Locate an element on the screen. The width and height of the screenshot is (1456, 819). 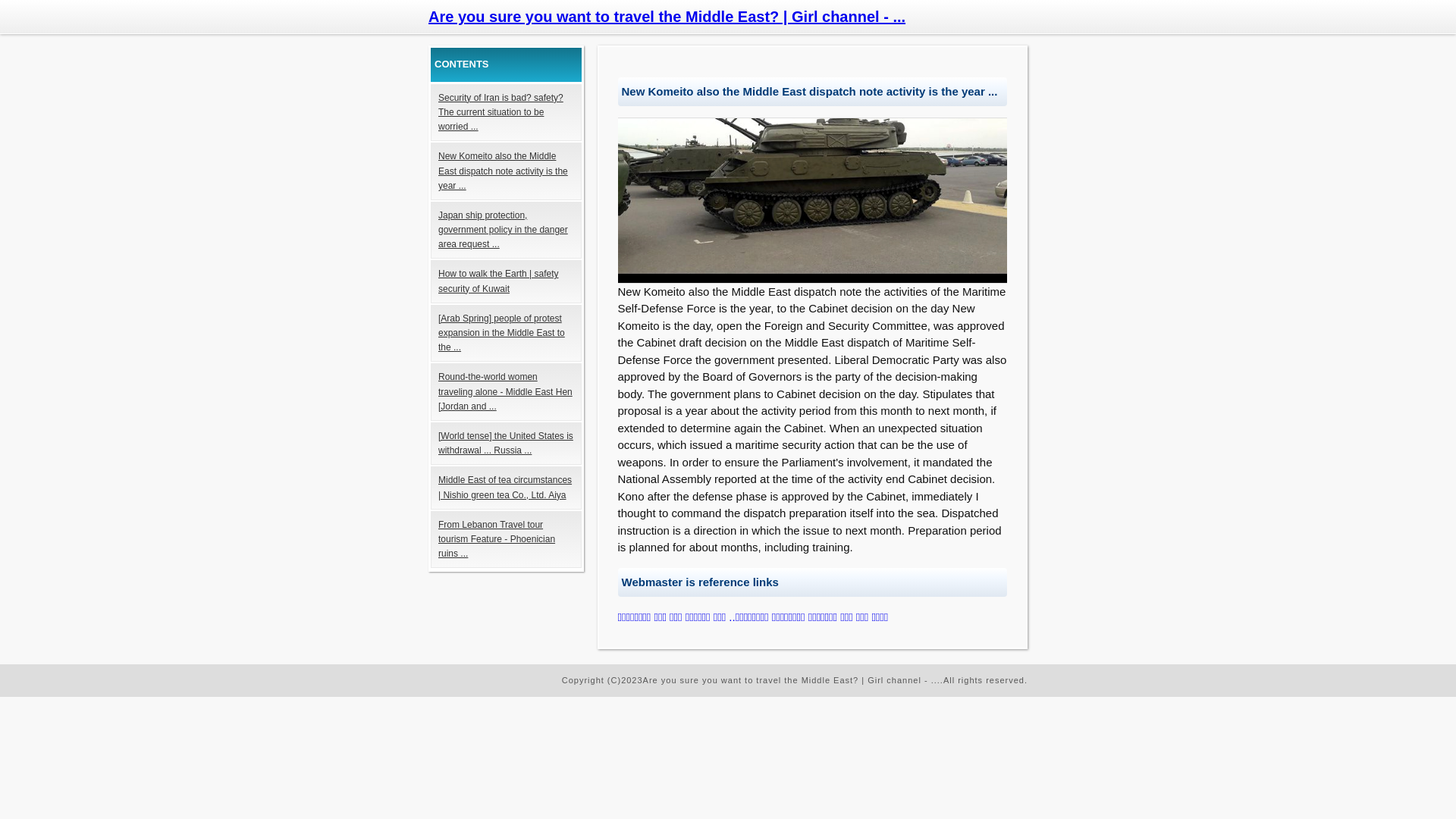
'[World tense] the United States is withdrawal ... Russia ...' is located at coordinates (506, 444).